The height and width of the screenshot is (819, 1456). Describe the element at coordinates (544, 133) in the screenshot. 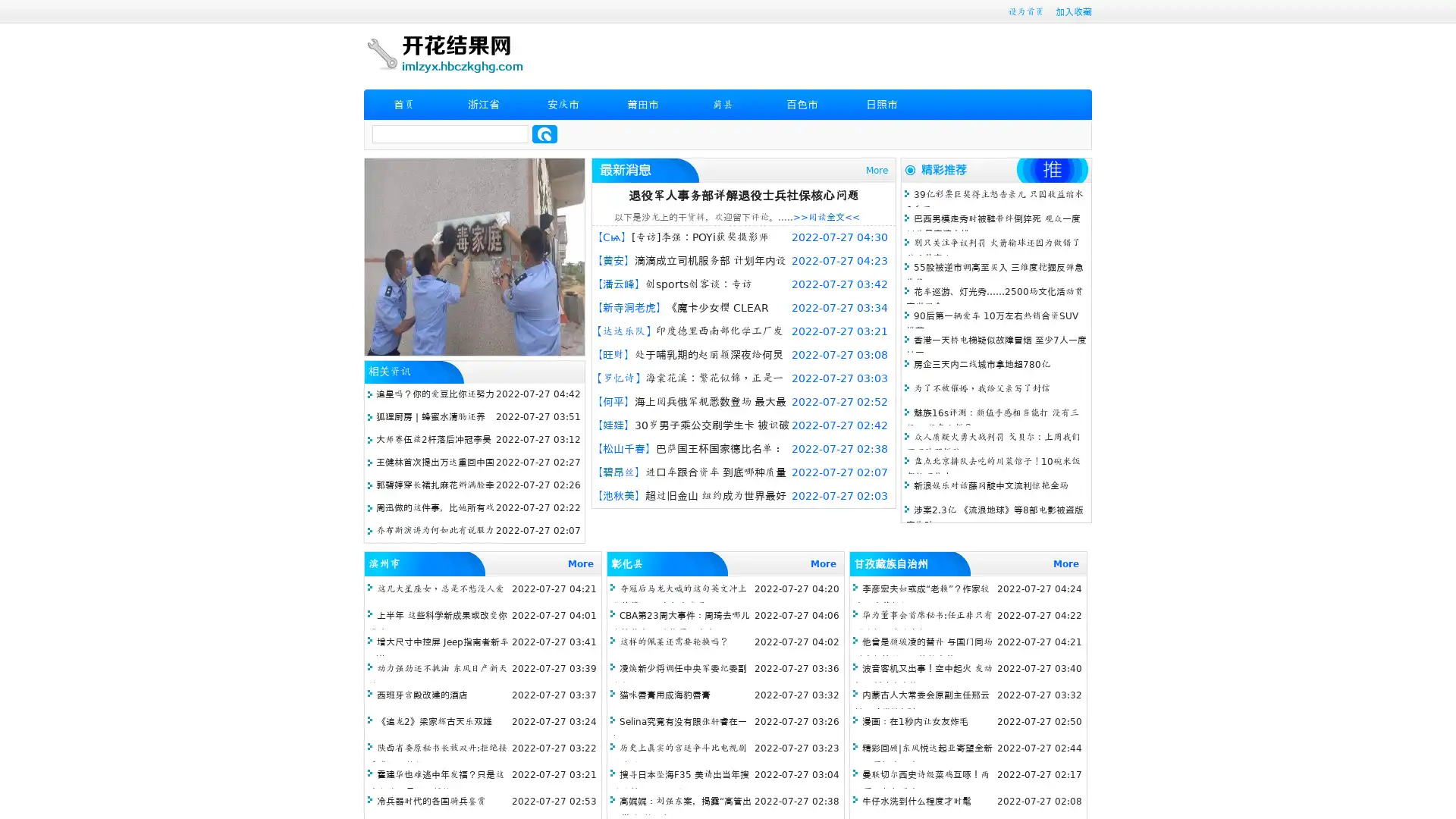

I see `Search` at that location.